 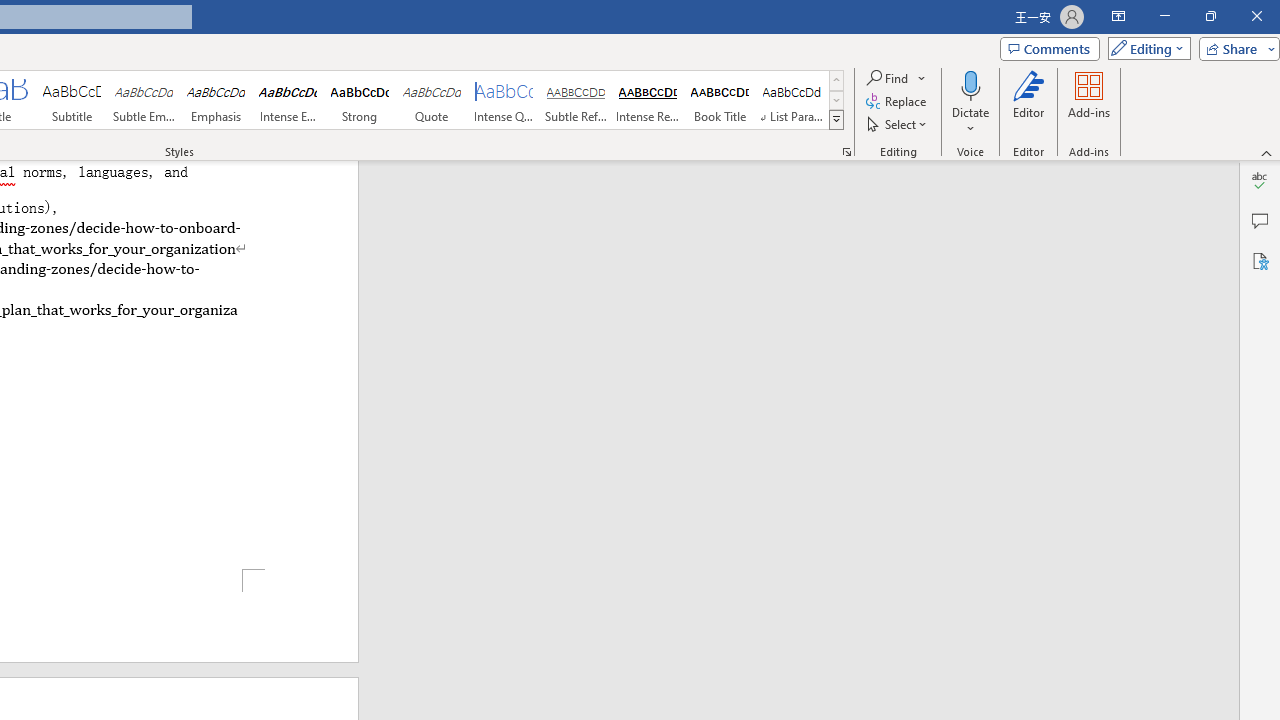 I want to click on 'Styles', so click(x=836, y=120).